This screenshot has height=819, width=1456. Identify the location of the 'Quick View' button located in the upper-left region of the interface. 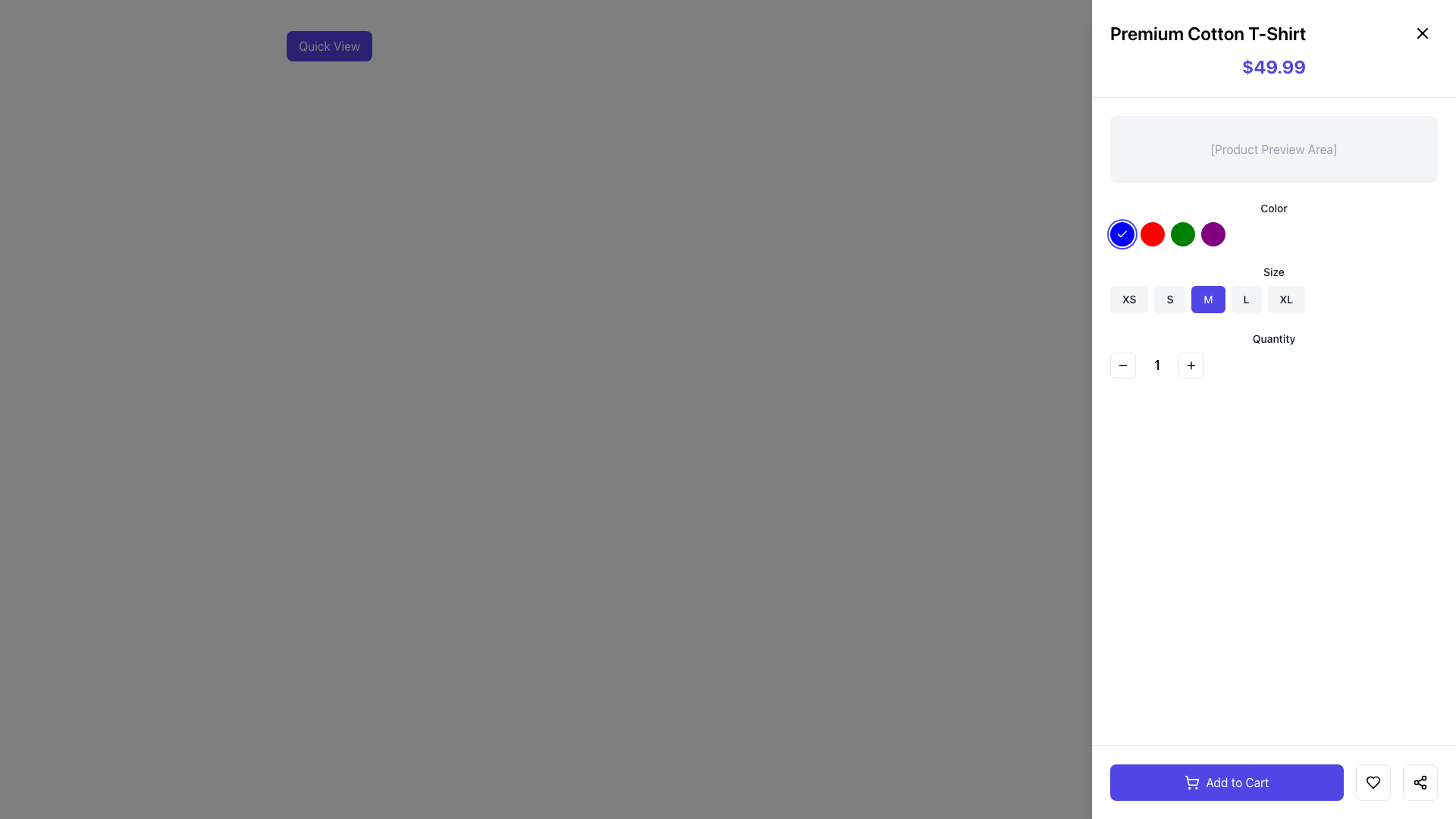
(328, 45).